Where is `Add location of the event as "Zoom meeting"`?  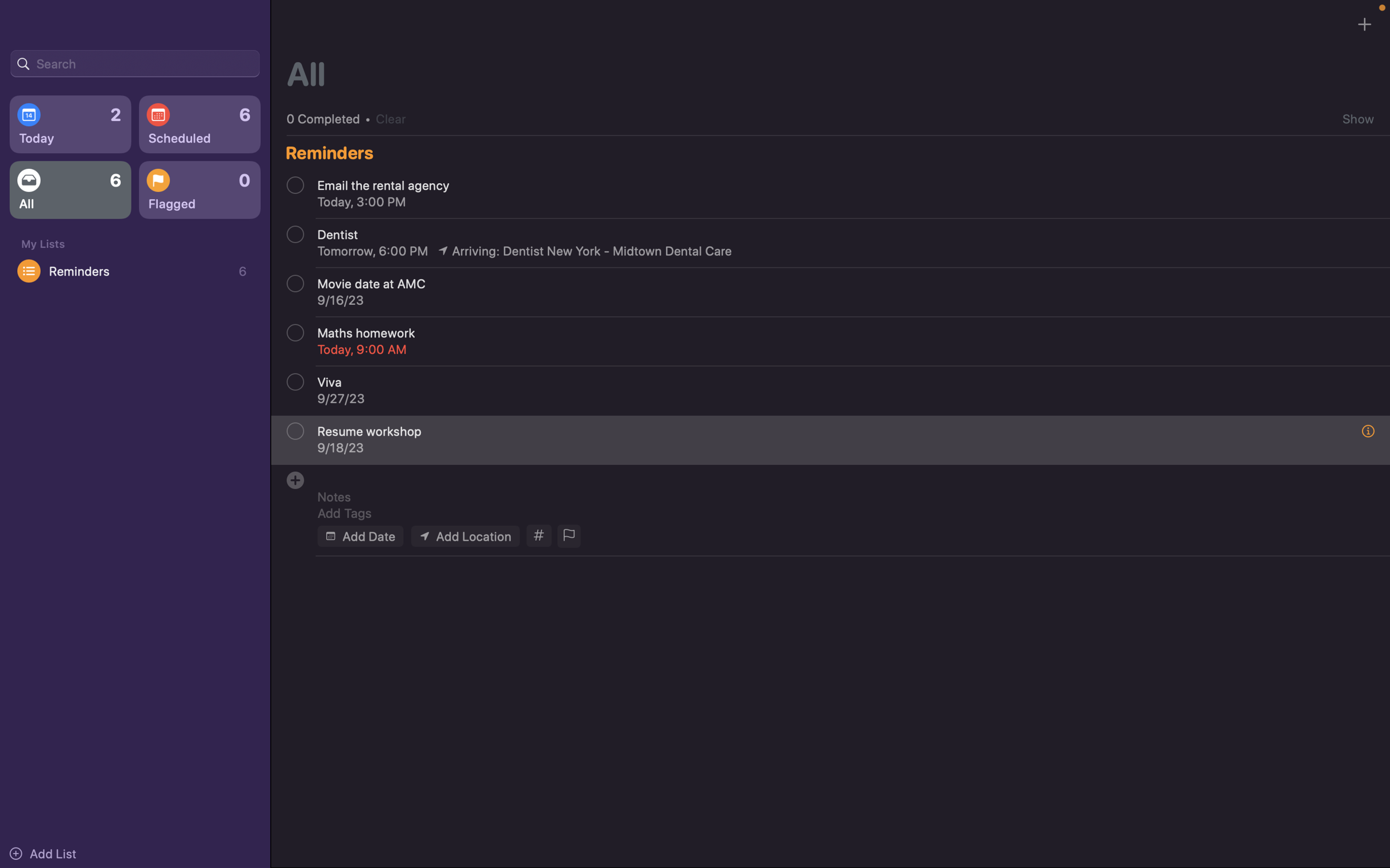
Add location of the event as "Zoom meeting" is located at coordinates (464, 535).